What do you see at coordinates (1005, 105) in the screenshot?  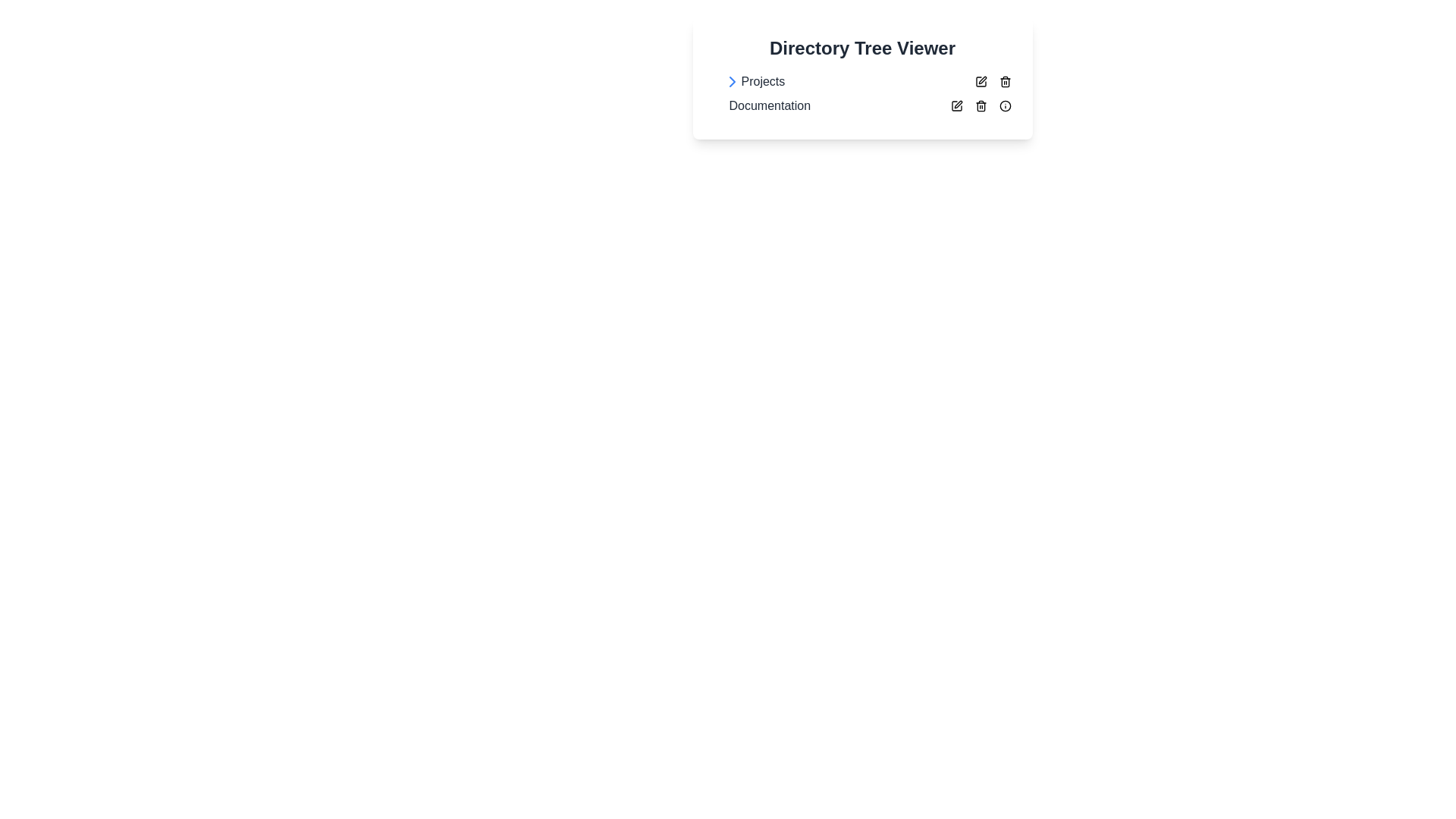 I see `the informational icon at the top-right section of the 'Directory Tree Viewer'` at bounding box center [1005, 105].